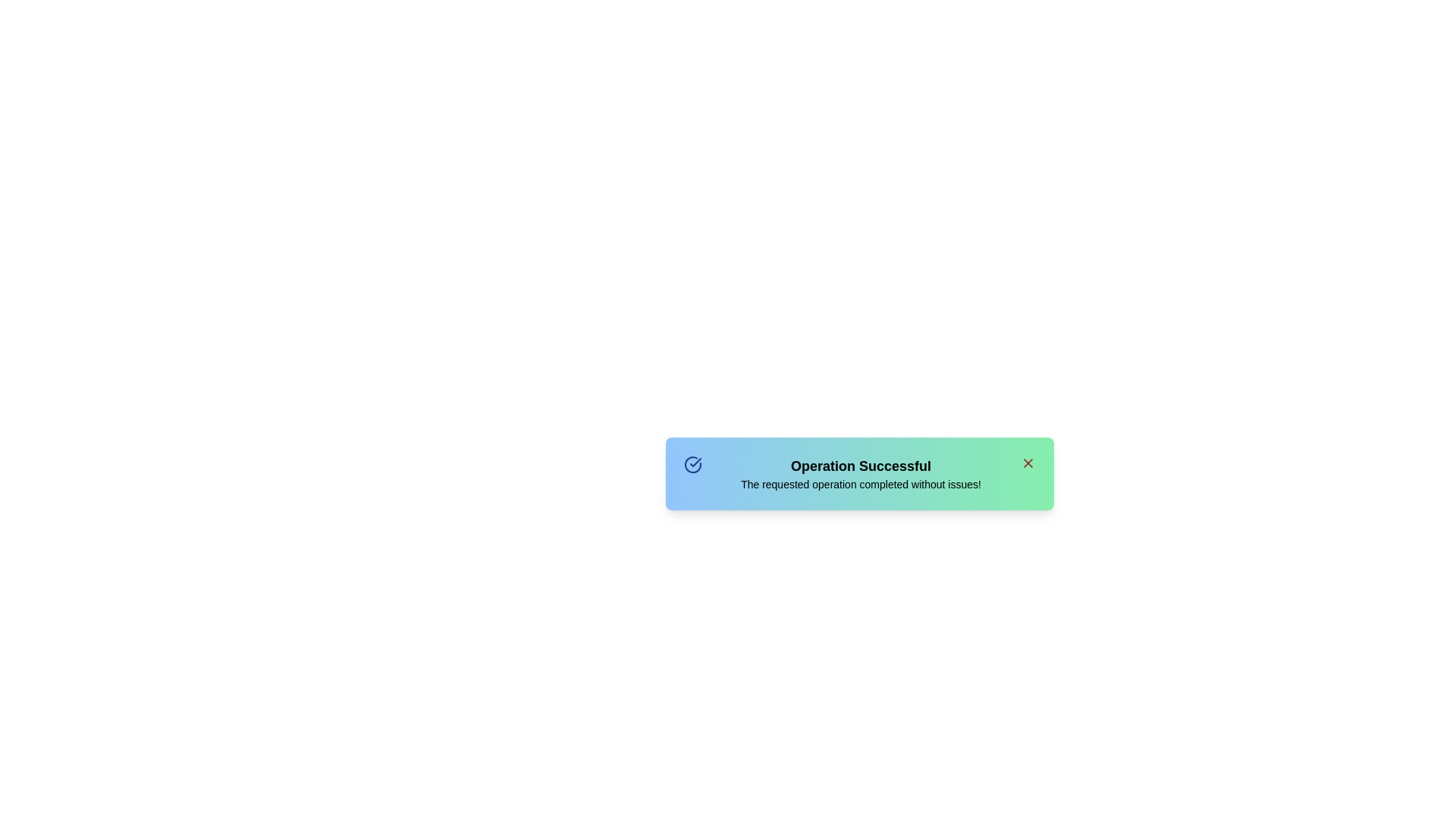 The width and height of the screenshot is (1456, 819). I want to click on the close button to dismiss the alert, so click(1028, 462).